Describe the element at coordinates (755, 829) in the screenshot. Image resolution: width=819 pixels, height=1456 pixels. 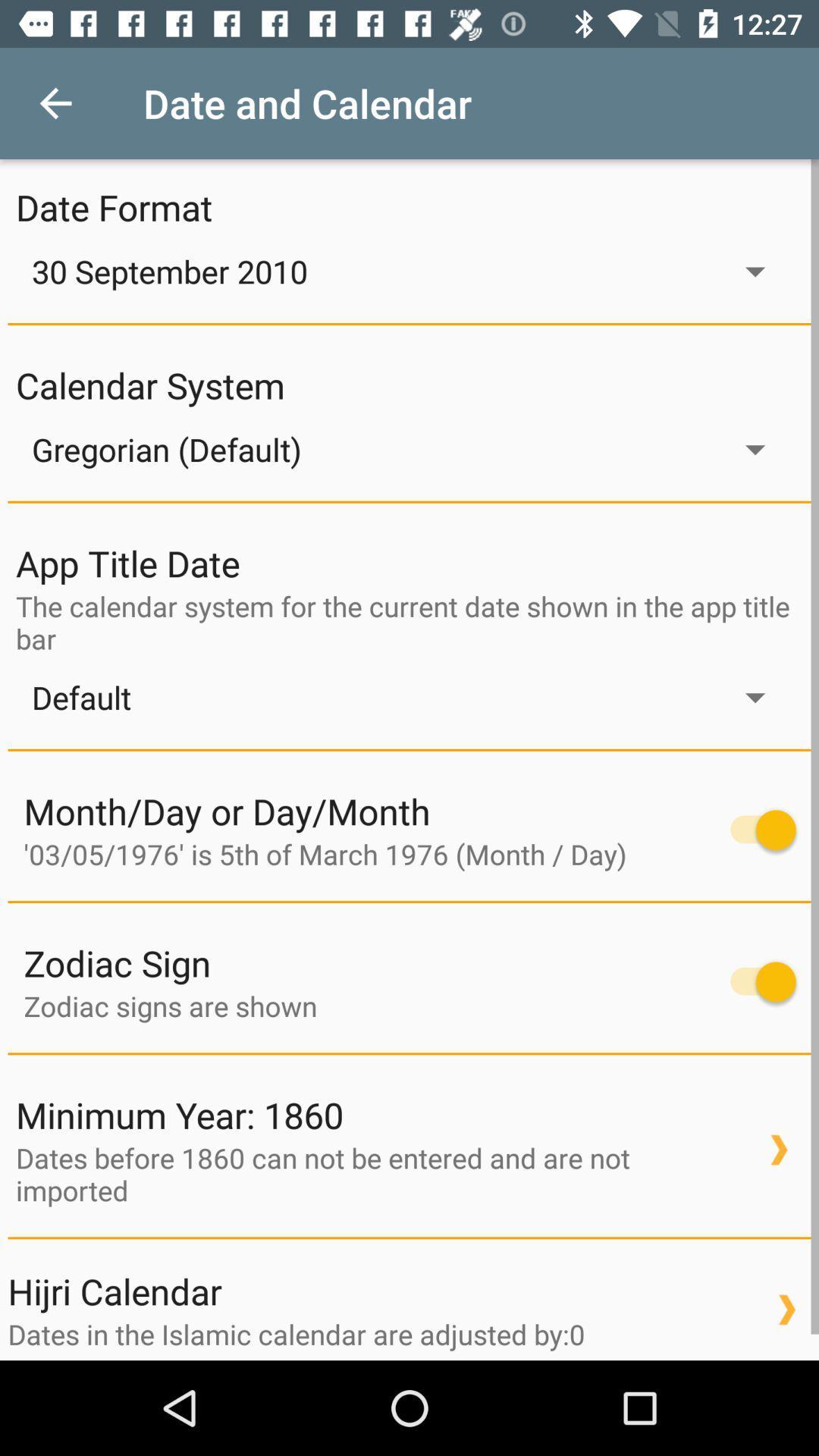
I see `day/month format` at that location.